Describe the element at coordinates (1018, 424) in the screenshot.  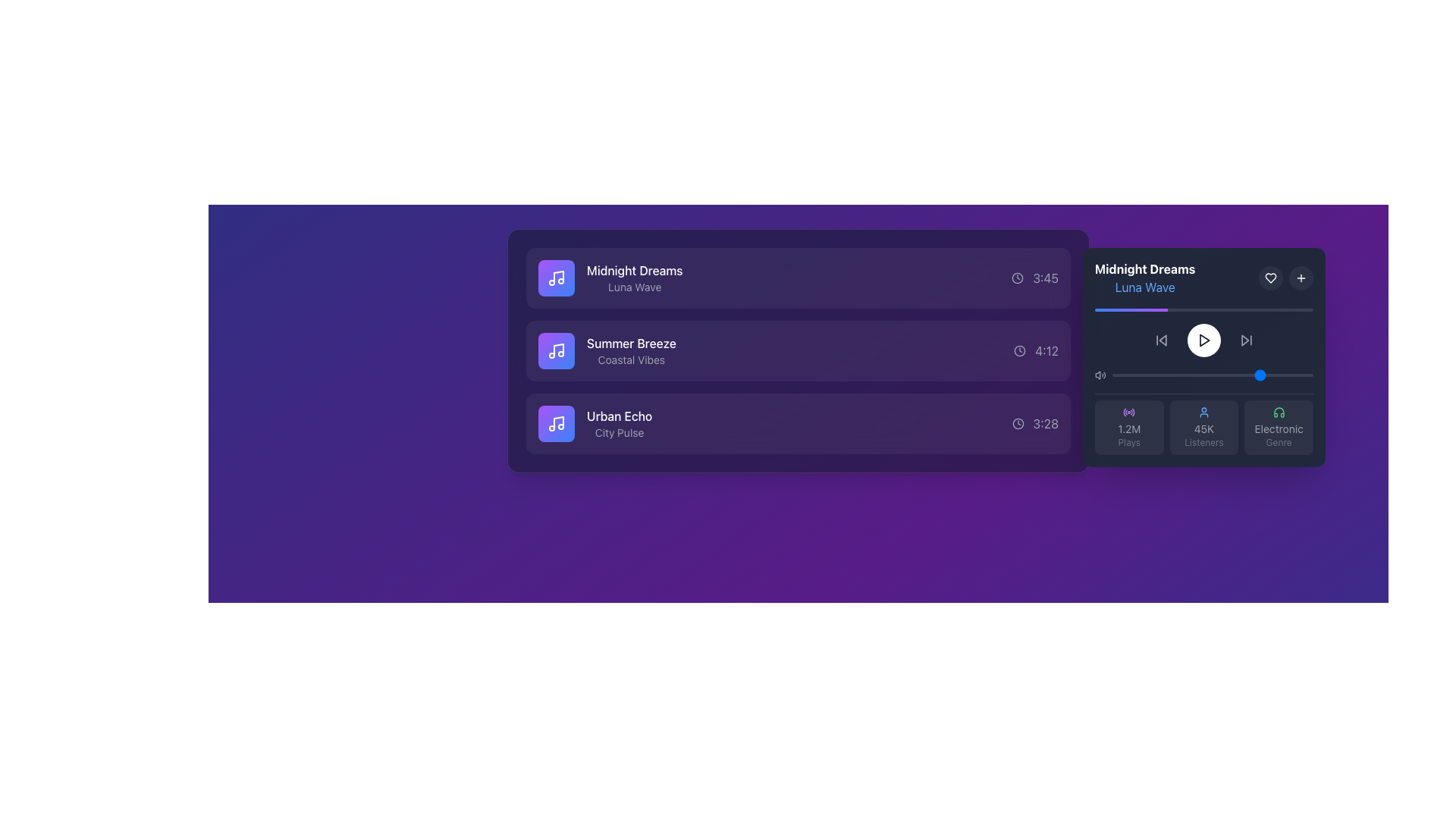
I see `the circular outline icon representing the clock in the music track list` at that location.